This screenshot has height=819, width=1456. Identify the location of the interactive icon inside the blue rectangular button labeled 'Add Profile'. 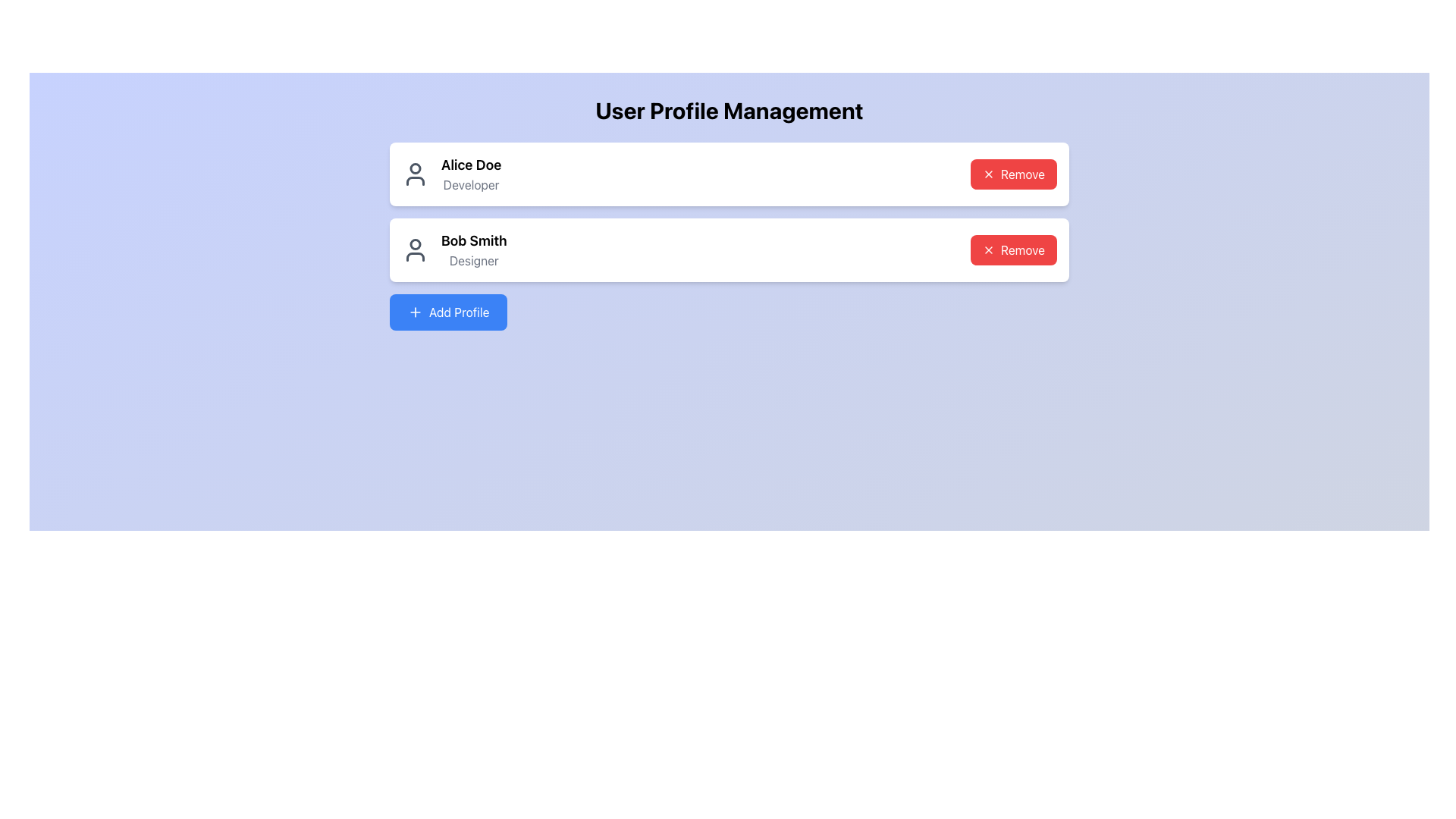
(415, 312).